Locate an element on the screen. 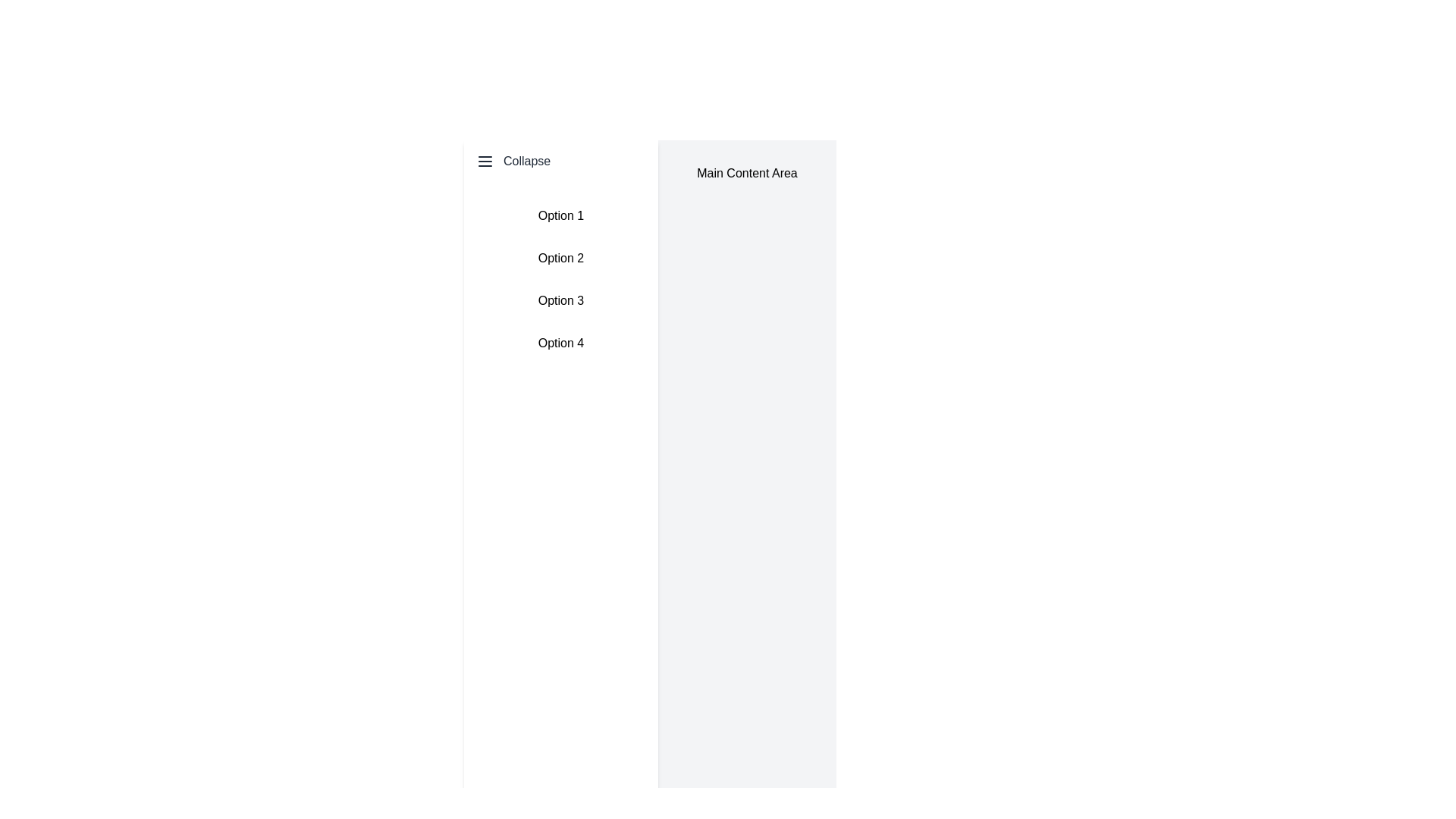 This screenshot has width=1456, height=819. the sidebar toggle button located at the top of the left sidebar is located at coordinates (513, 161).